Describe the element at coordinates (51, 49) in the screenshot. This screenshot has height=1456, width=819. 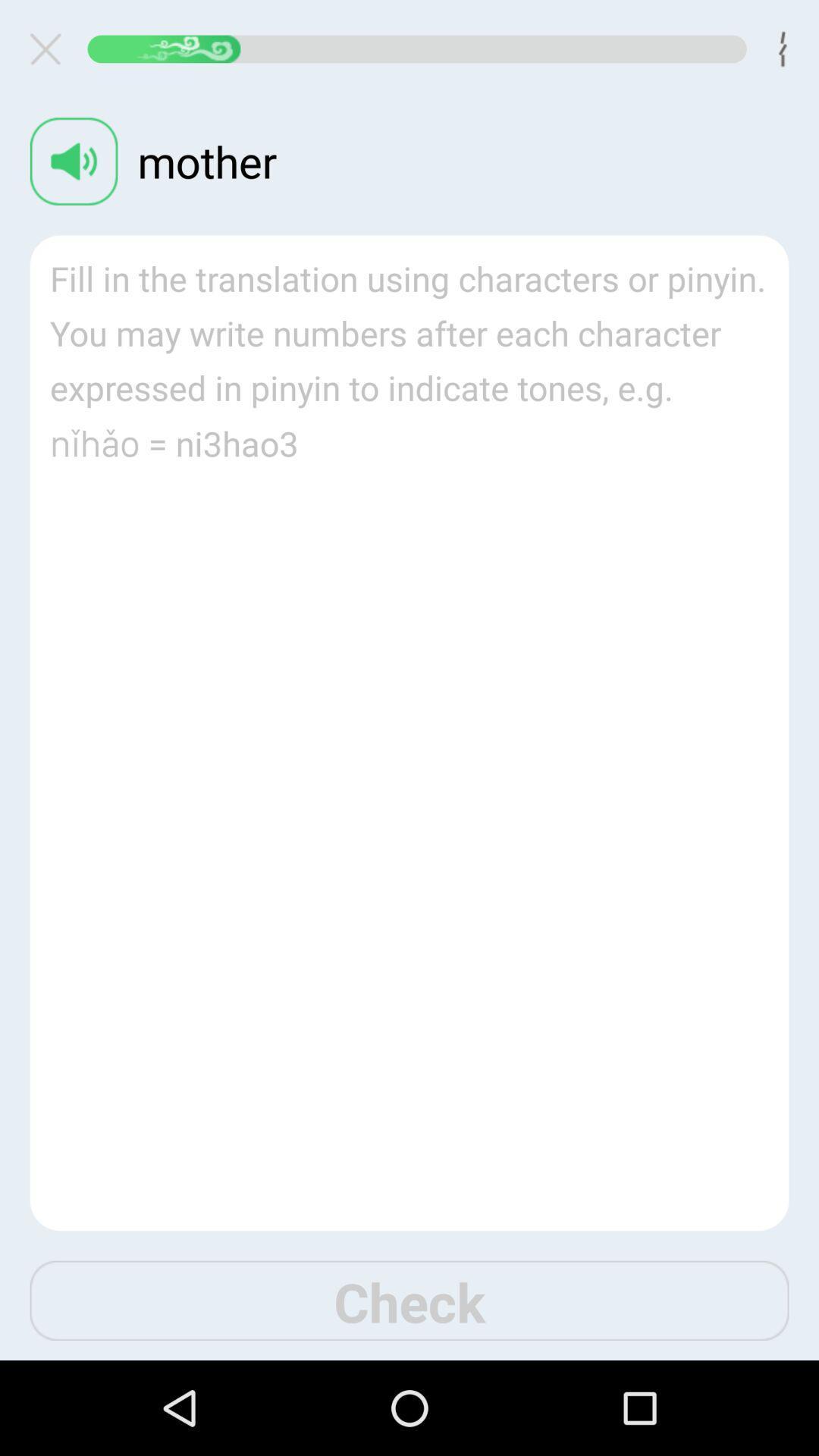
I see `button` at that location.